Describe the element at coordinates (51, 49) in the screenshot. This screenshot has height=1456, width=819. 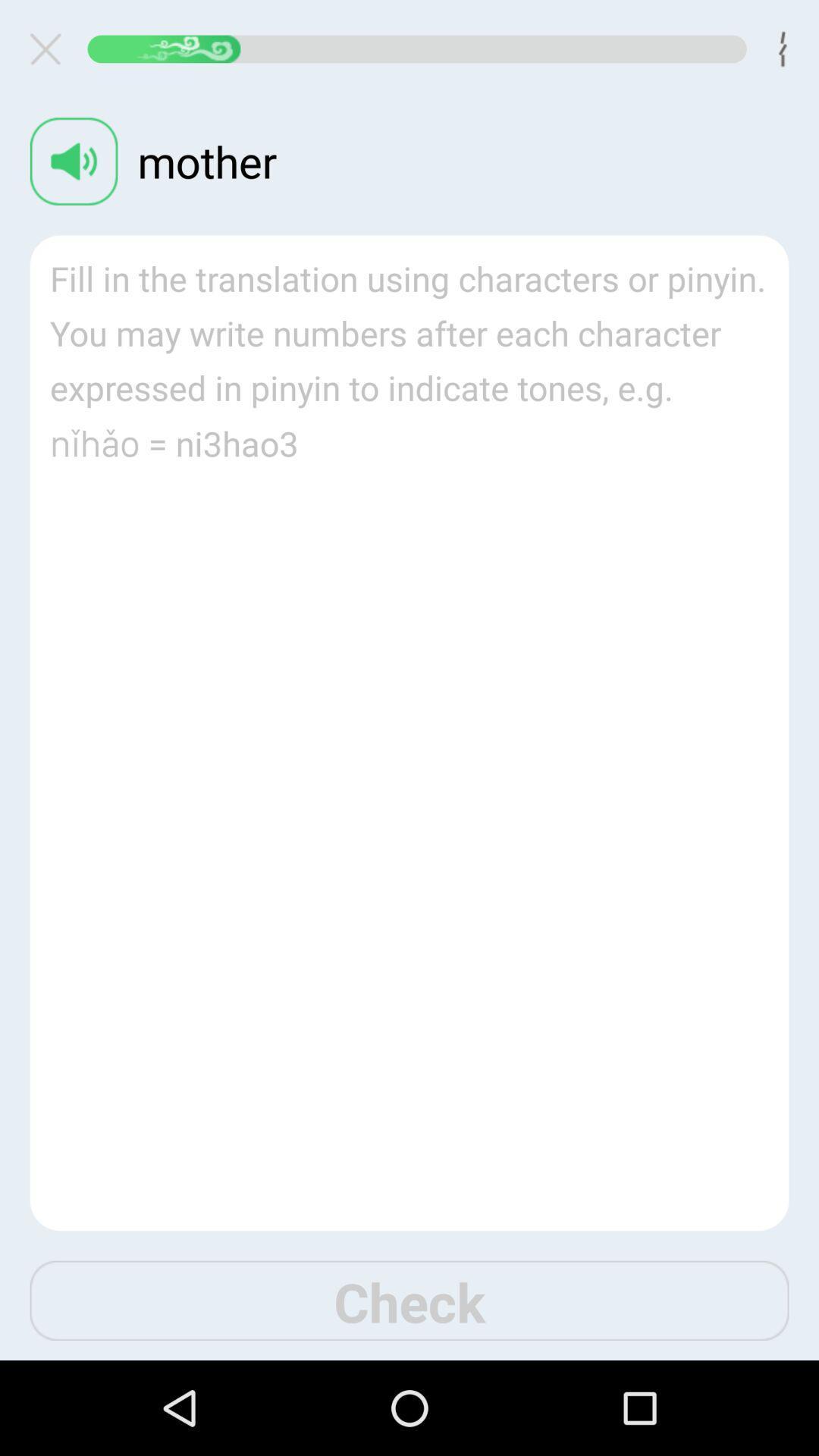
I see `button` at that location.